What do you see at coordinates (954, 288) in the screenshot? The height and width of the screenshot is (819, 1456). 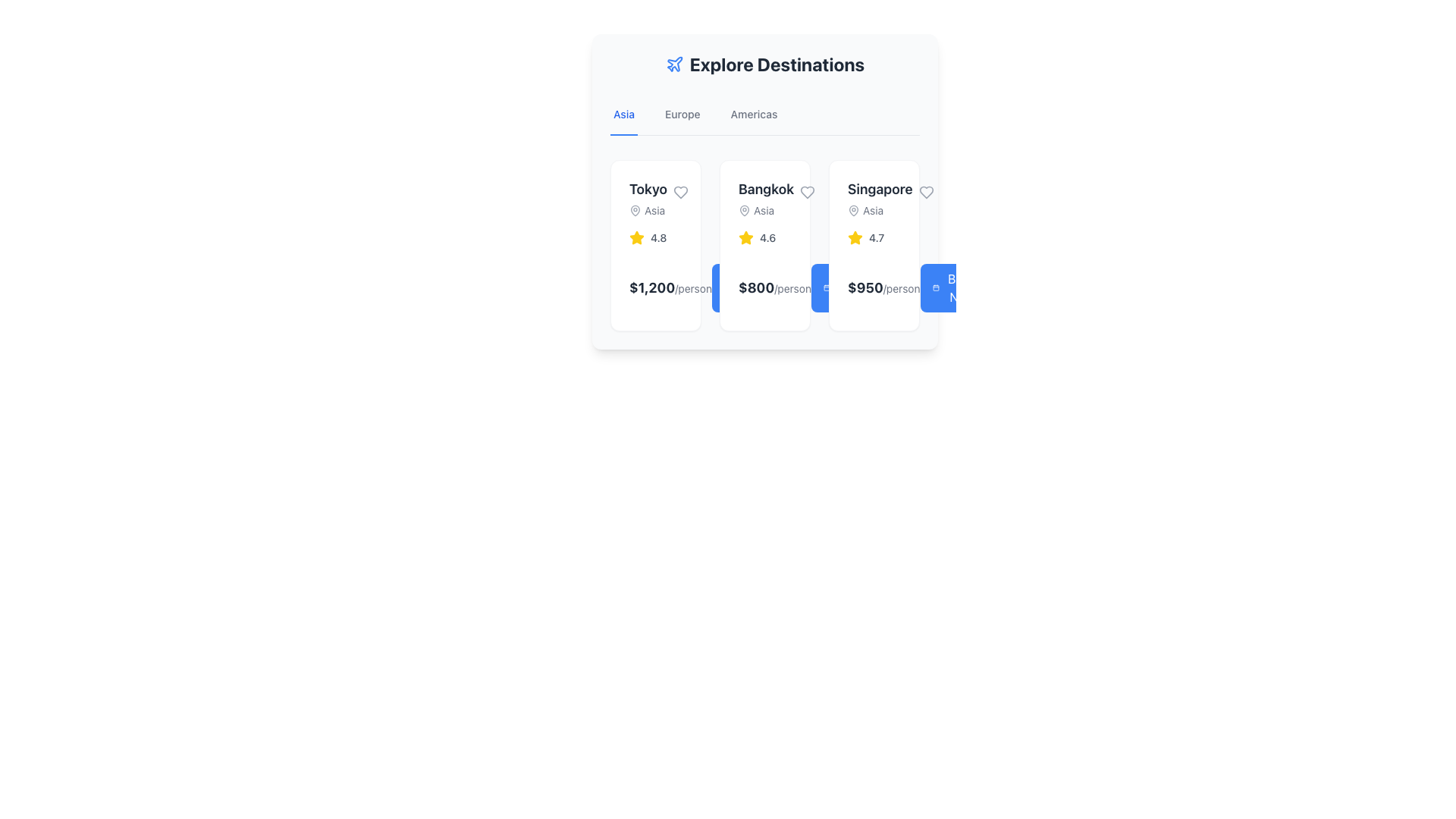 I see `the 'Book Now' button, which is a rectangular button with a blue background and white text located at the bottom-right of the 'Singapore' card in the pricing section` at bounding box center [954, 288].